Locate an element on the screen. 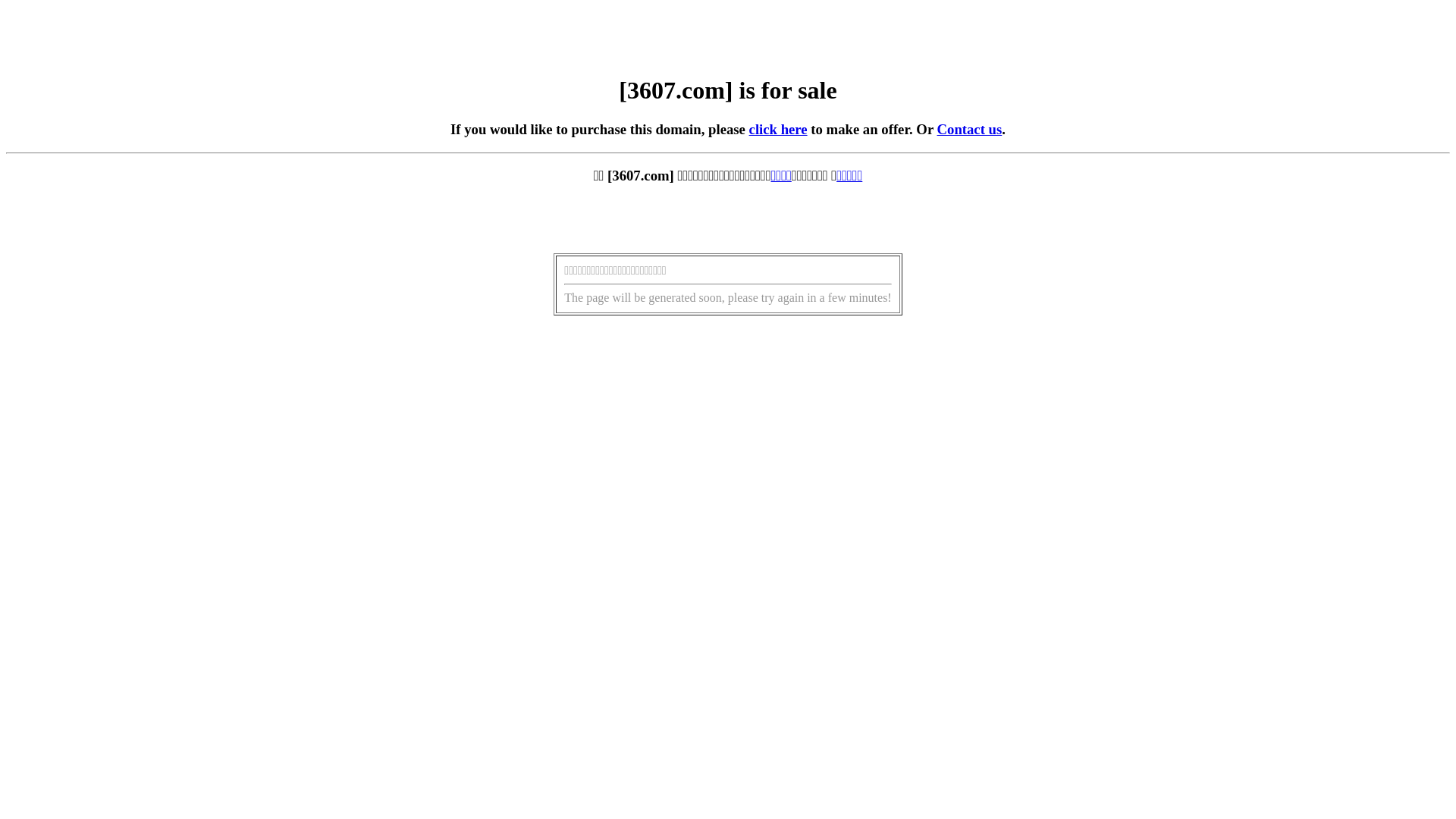 The width and height of the screenshot is (1456, 819). 'Contact us' is located at coordinates (968, 128).